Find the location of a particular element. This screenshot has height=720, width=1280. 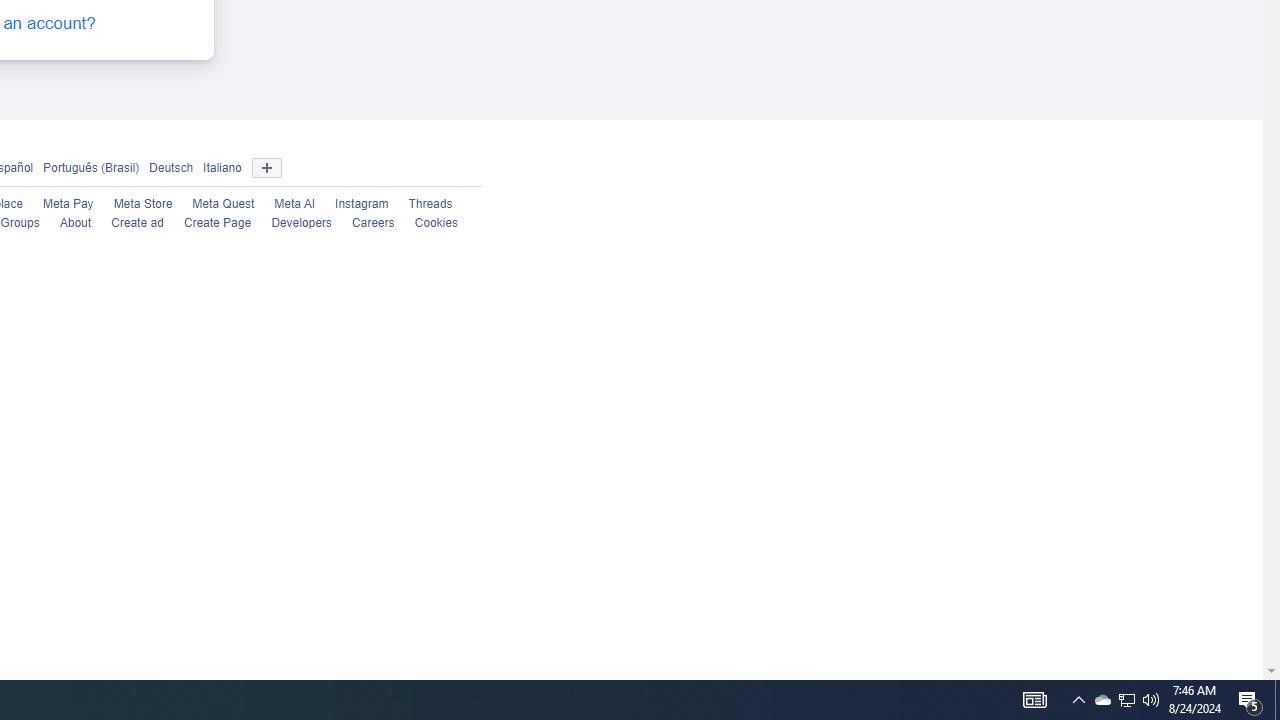

'Developers' is located at coordinates (300, 223).